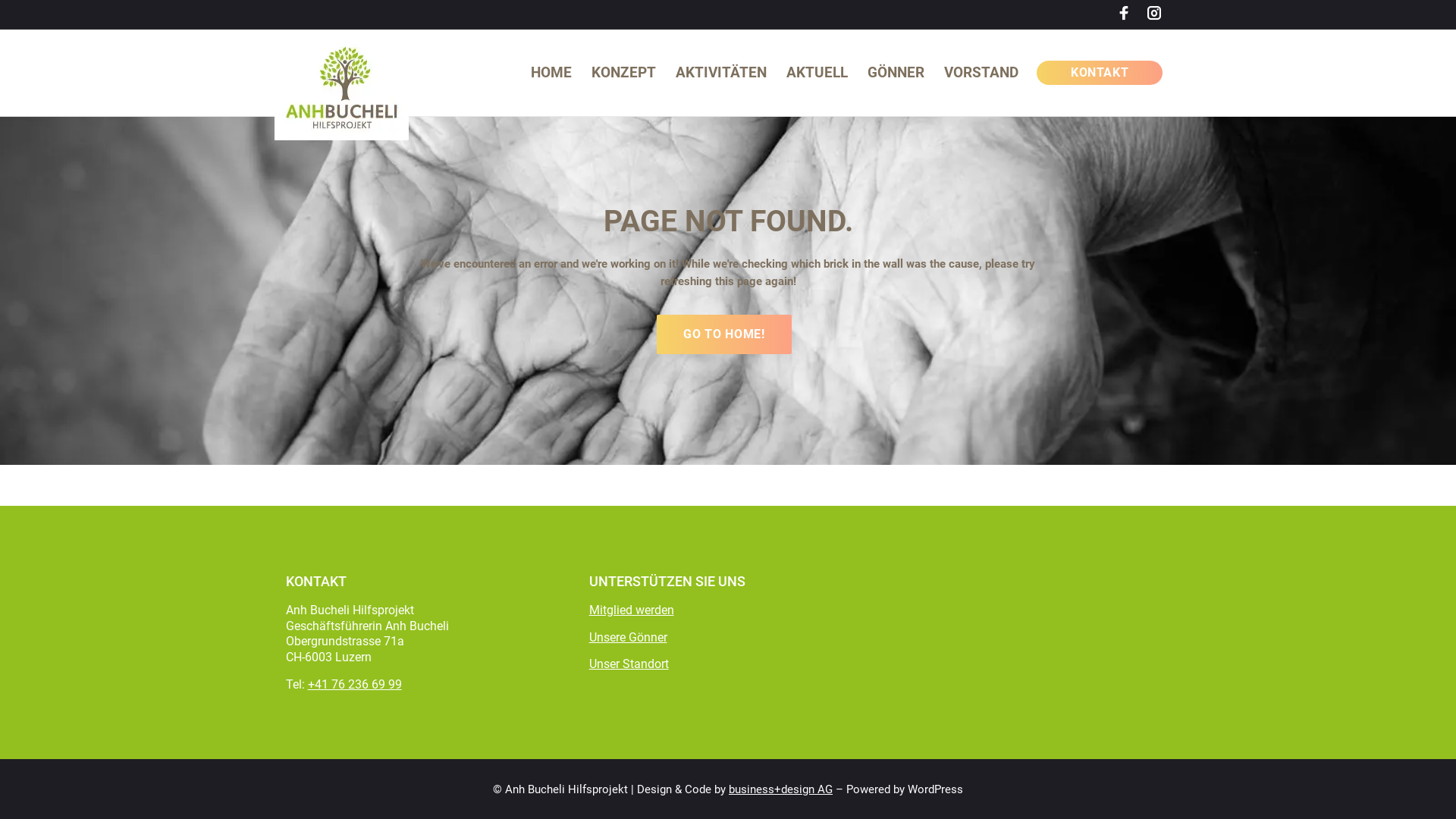 This screenshot has height=819, width=1456. Describe the element at coordinates (780, 789) in the screenshot. I see `'business+design AG'` at that location.